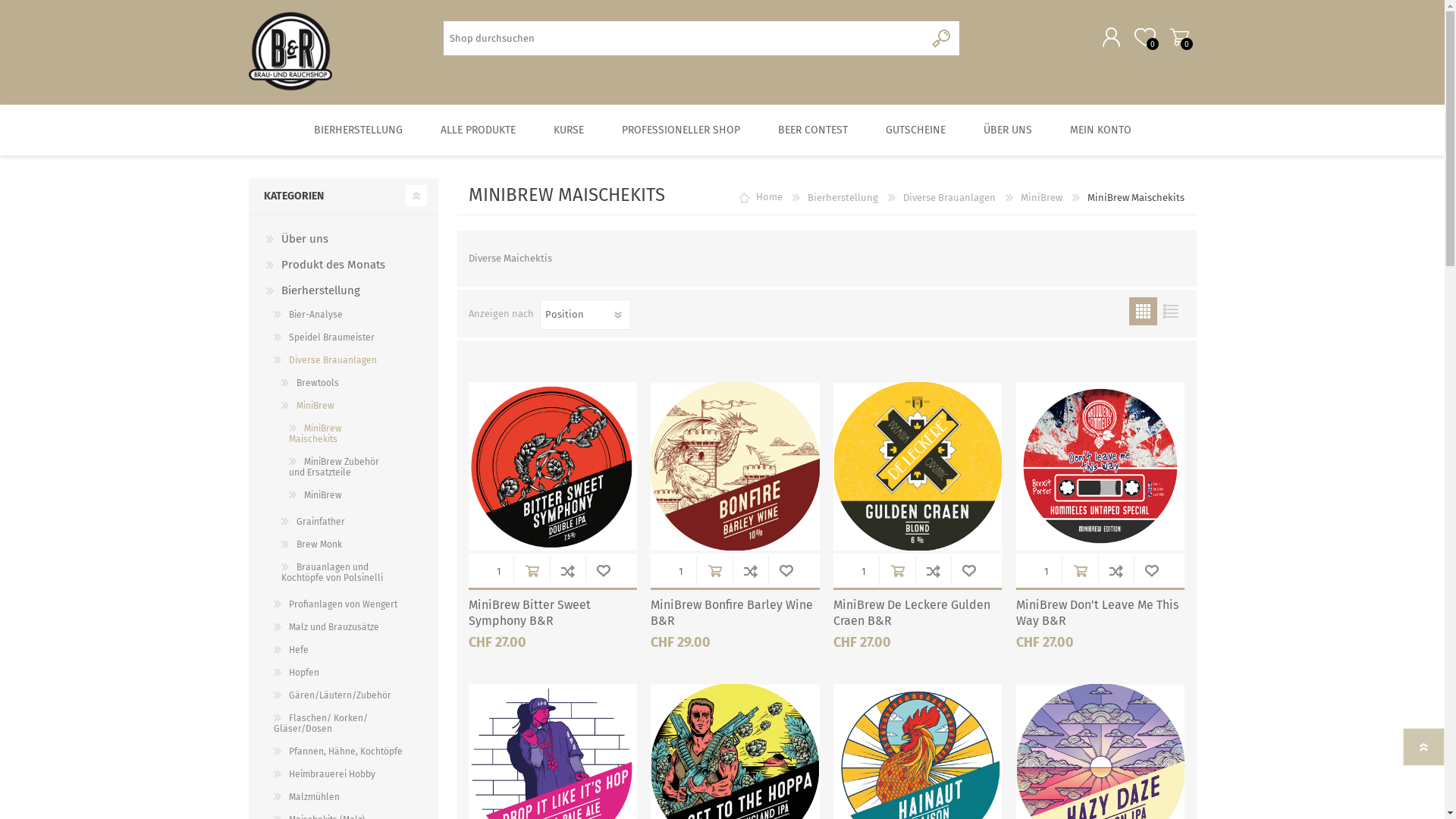  I want to click on 'MiniBrew Maischekits', so click(337, 433).